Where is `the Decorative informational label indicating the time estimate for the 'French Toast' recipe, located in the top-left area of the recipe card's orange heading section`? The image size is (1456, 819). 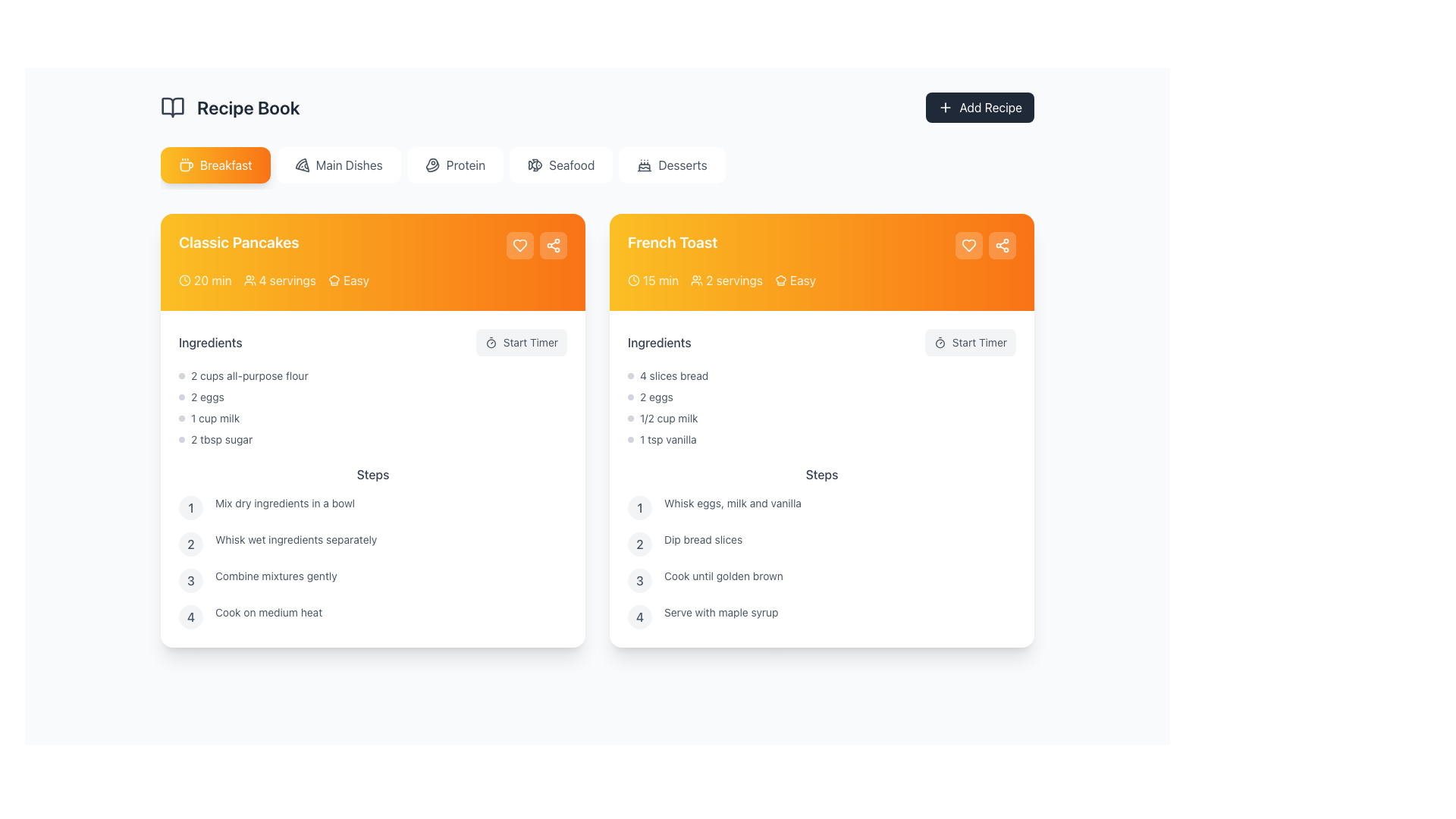 the Decorative informational label indicating the time estimate for the 'French Toast' recipe, located in the top-left area of the recipe card's orange heading section is located at coordinates (653, 281).